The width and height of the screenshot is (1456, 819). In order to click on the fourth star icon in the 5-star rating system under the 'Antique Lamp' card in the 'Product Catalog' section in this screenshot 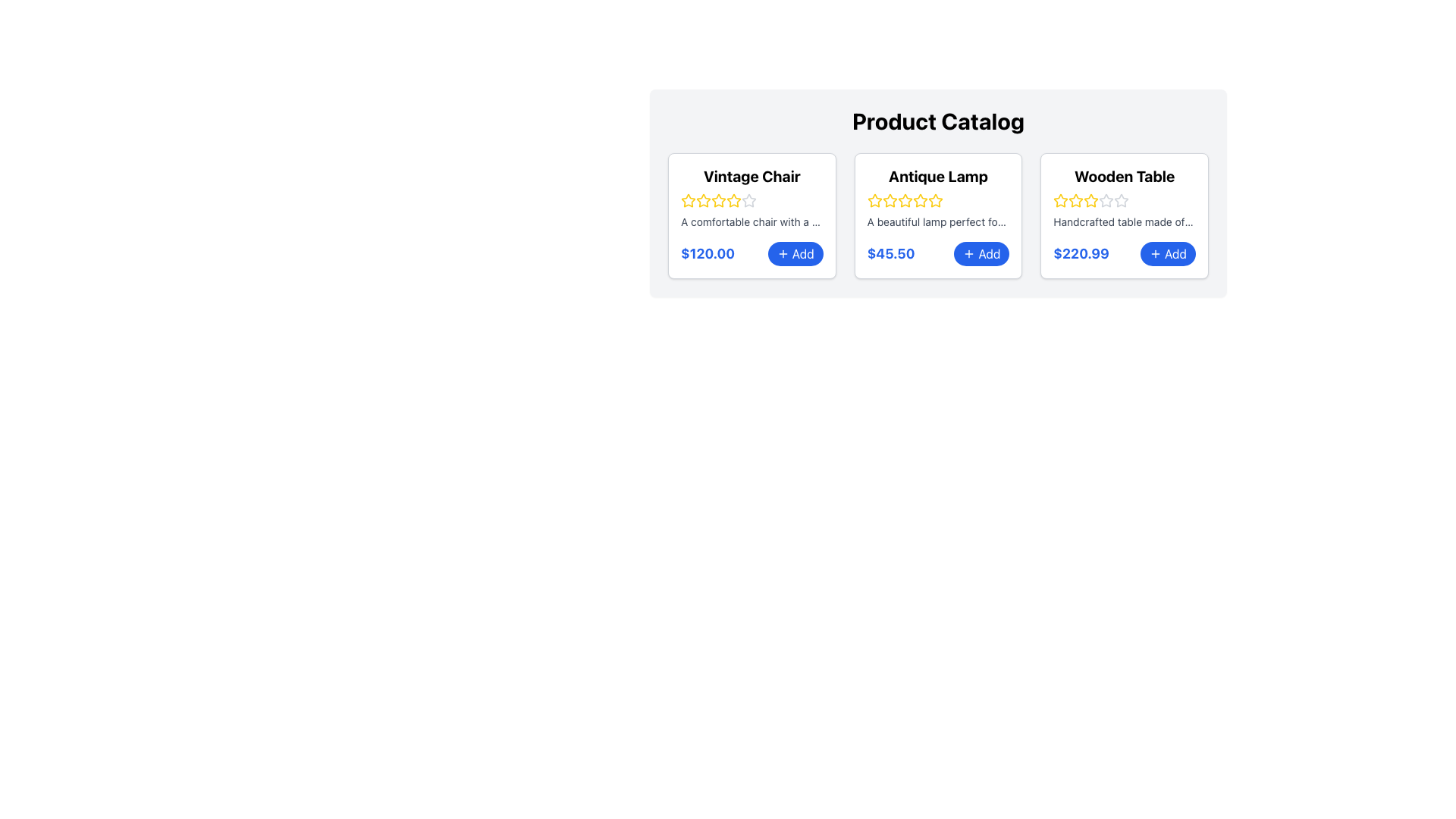, I will do `click(934, 200)`.